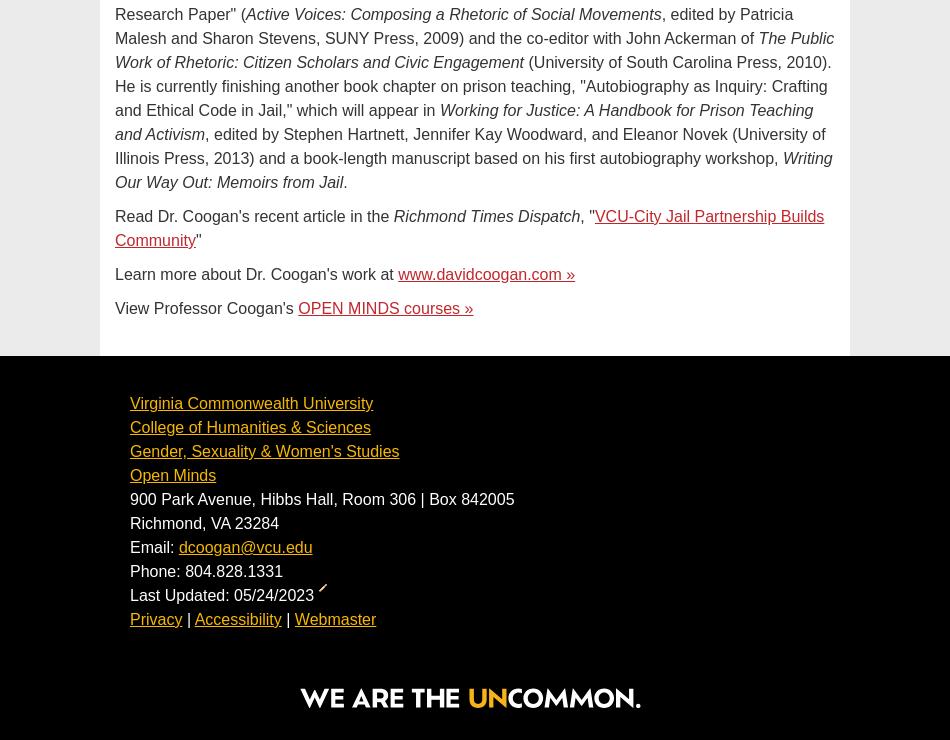  I want to click on 'Gender, Sexuality & Women's Studies', so click(263, 450).